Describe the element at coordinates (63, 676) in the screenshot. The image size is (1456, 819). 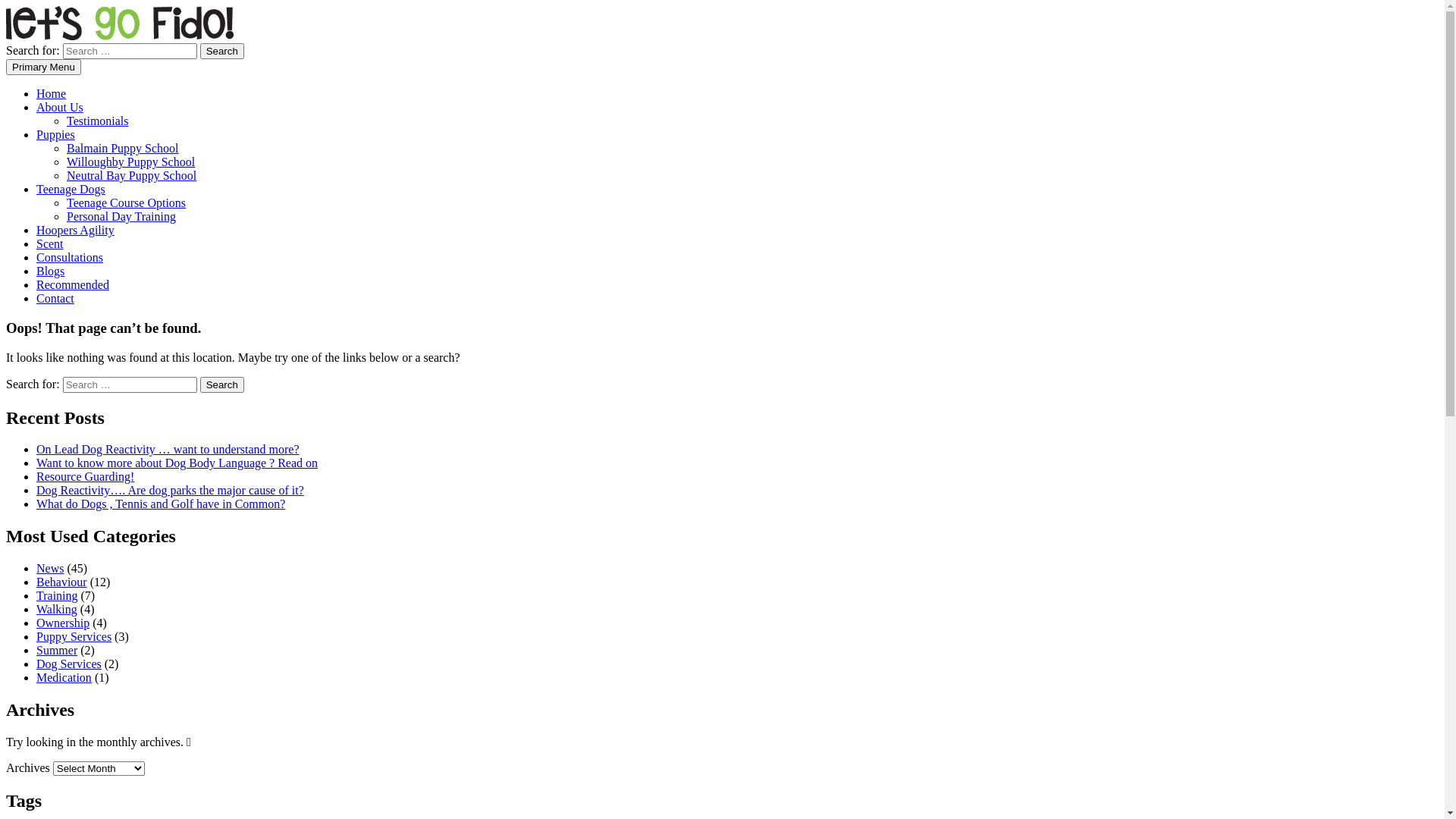
I see `'Medication'` at that location.